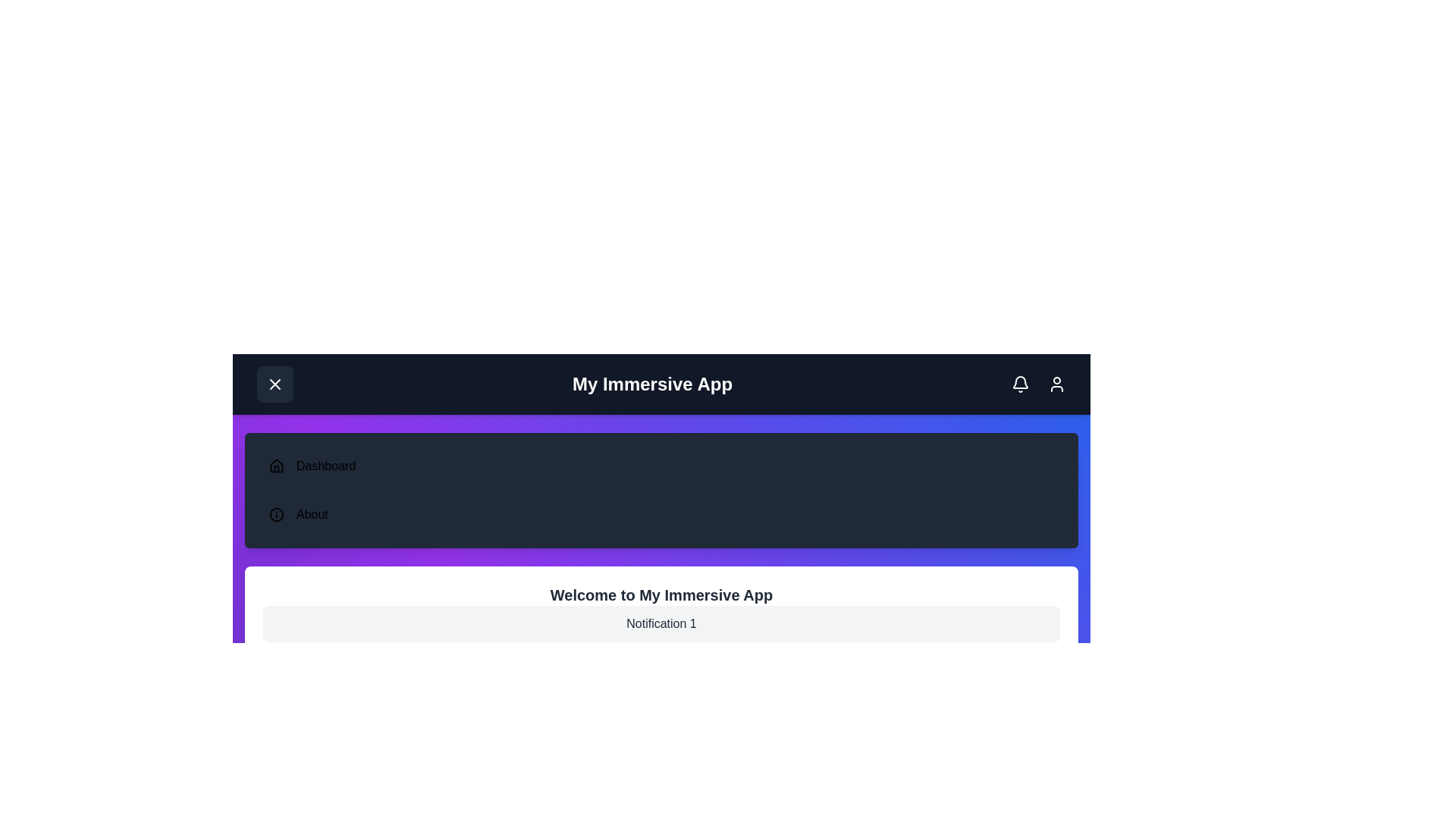 The width and height of the screenshot is (1456, 819). I want to click on menu toggle button to expand or collapse the menu, so click(275, 383).